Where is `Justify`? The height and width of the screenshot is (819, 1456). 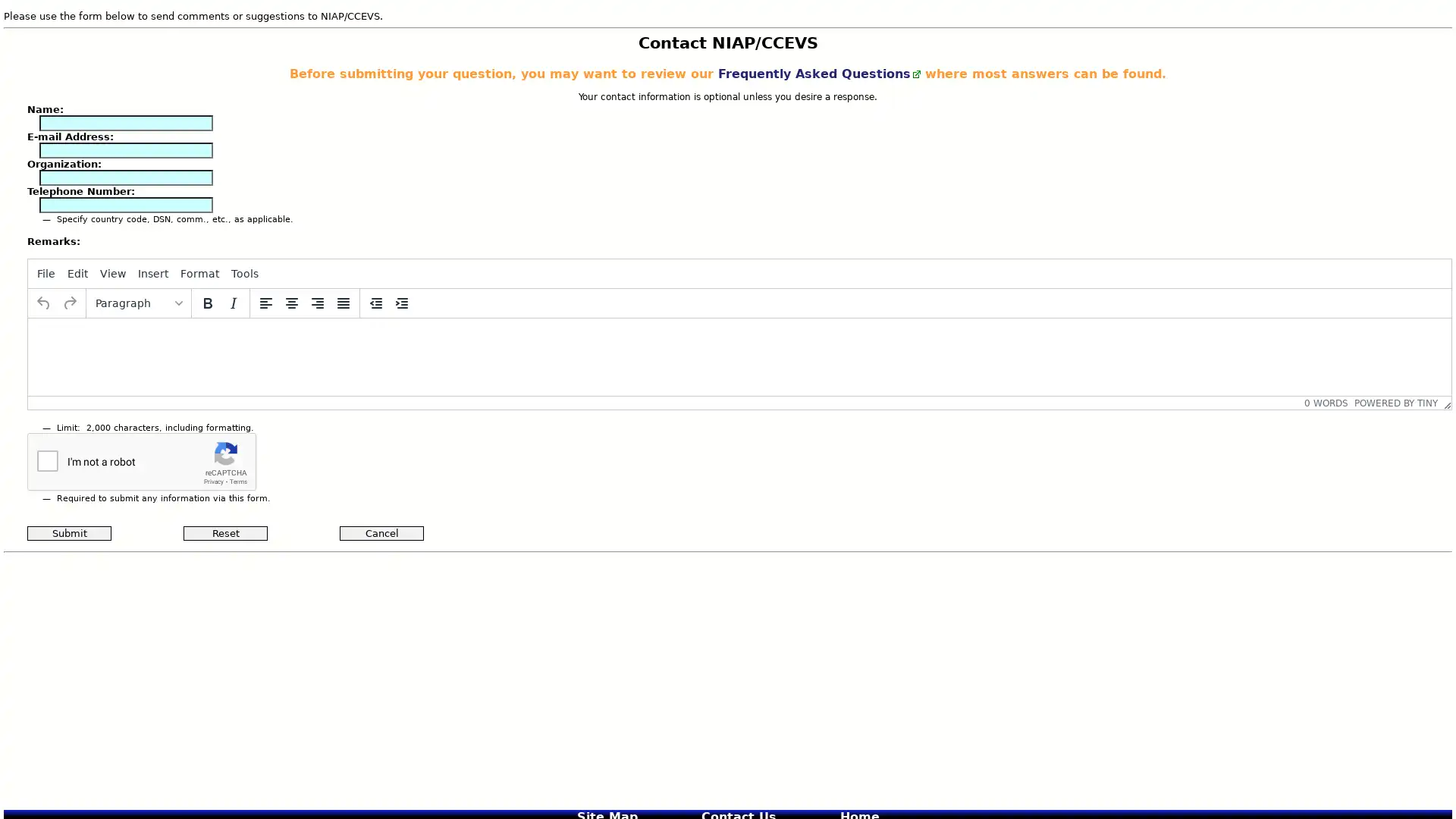
Justify is located at coordinates (342, 303).